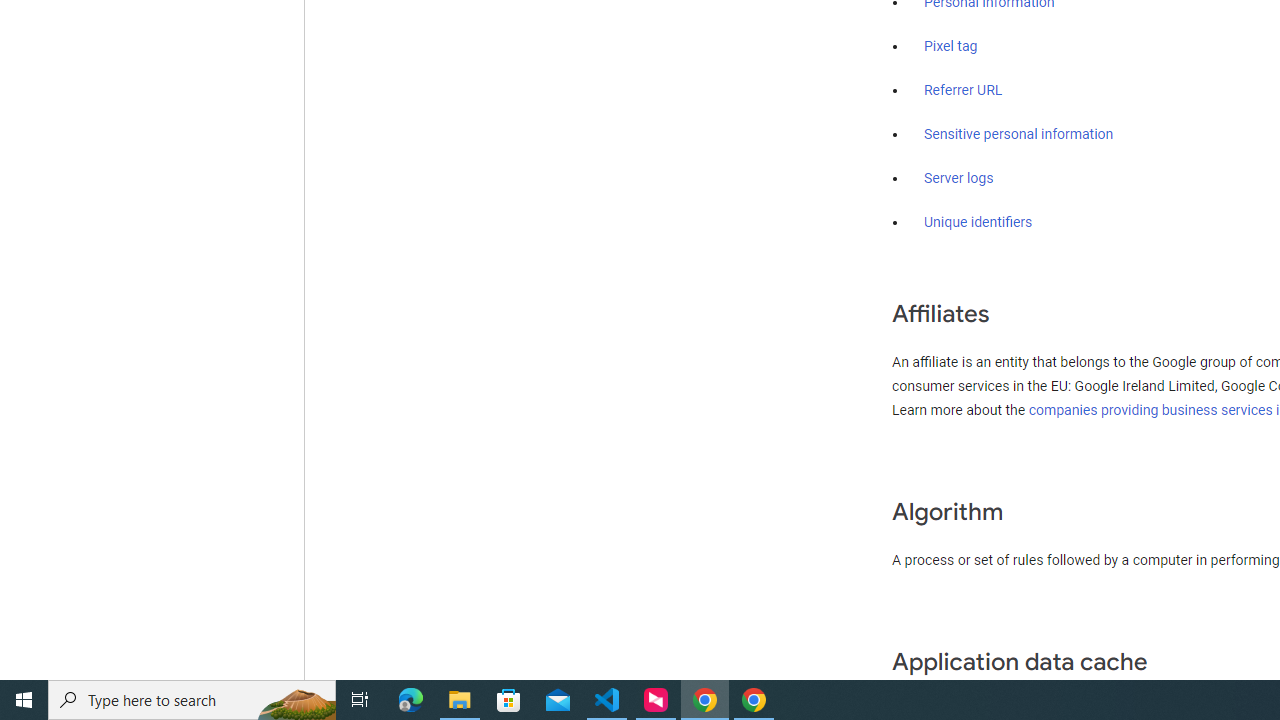 Image resolution: width=1280 pixels, height=720 pixels. I want to click on 'Referrer URL', so click(963, 91).